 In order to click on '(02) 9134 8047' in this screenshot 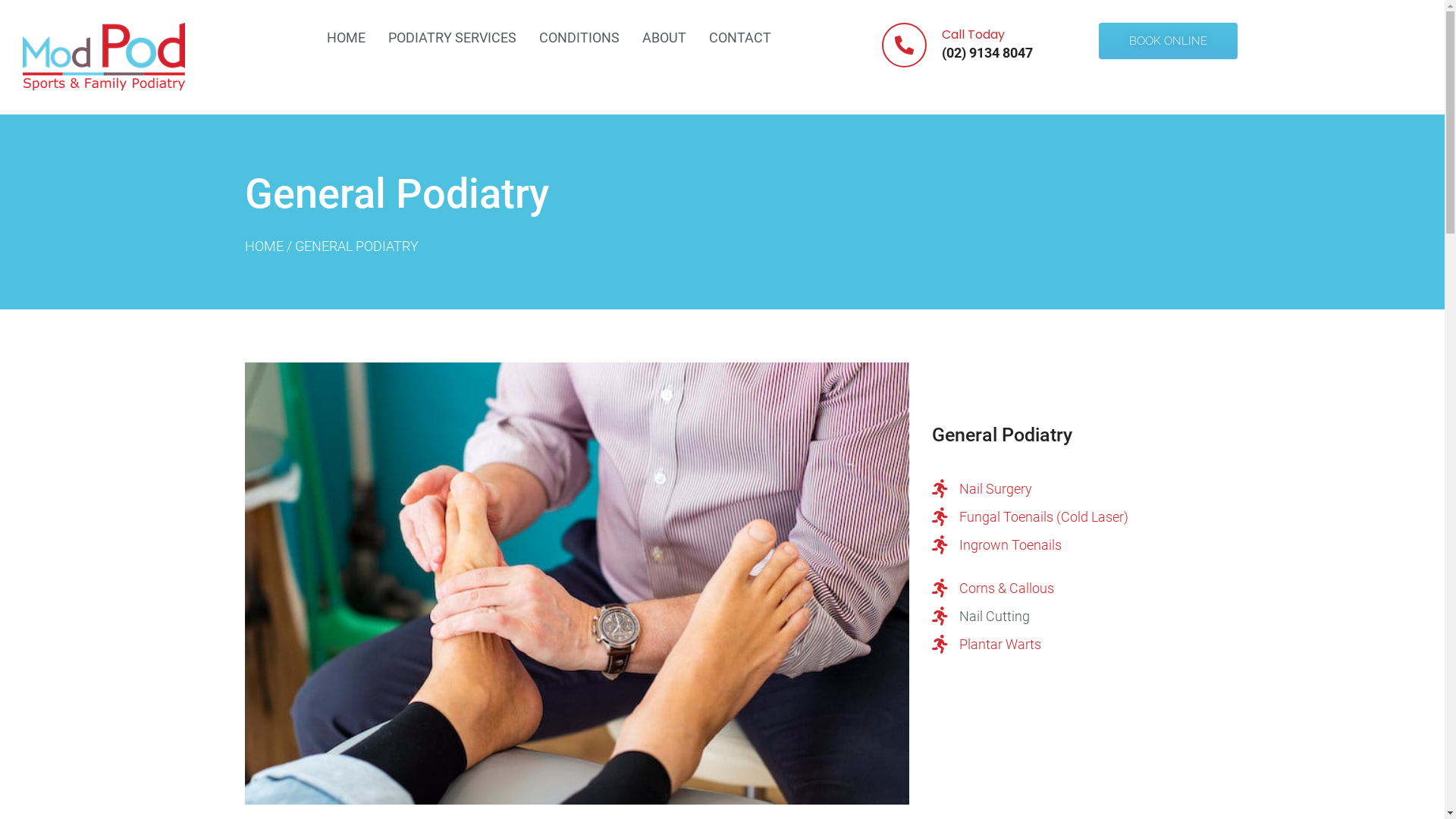, I will do `click(987, 52)`.